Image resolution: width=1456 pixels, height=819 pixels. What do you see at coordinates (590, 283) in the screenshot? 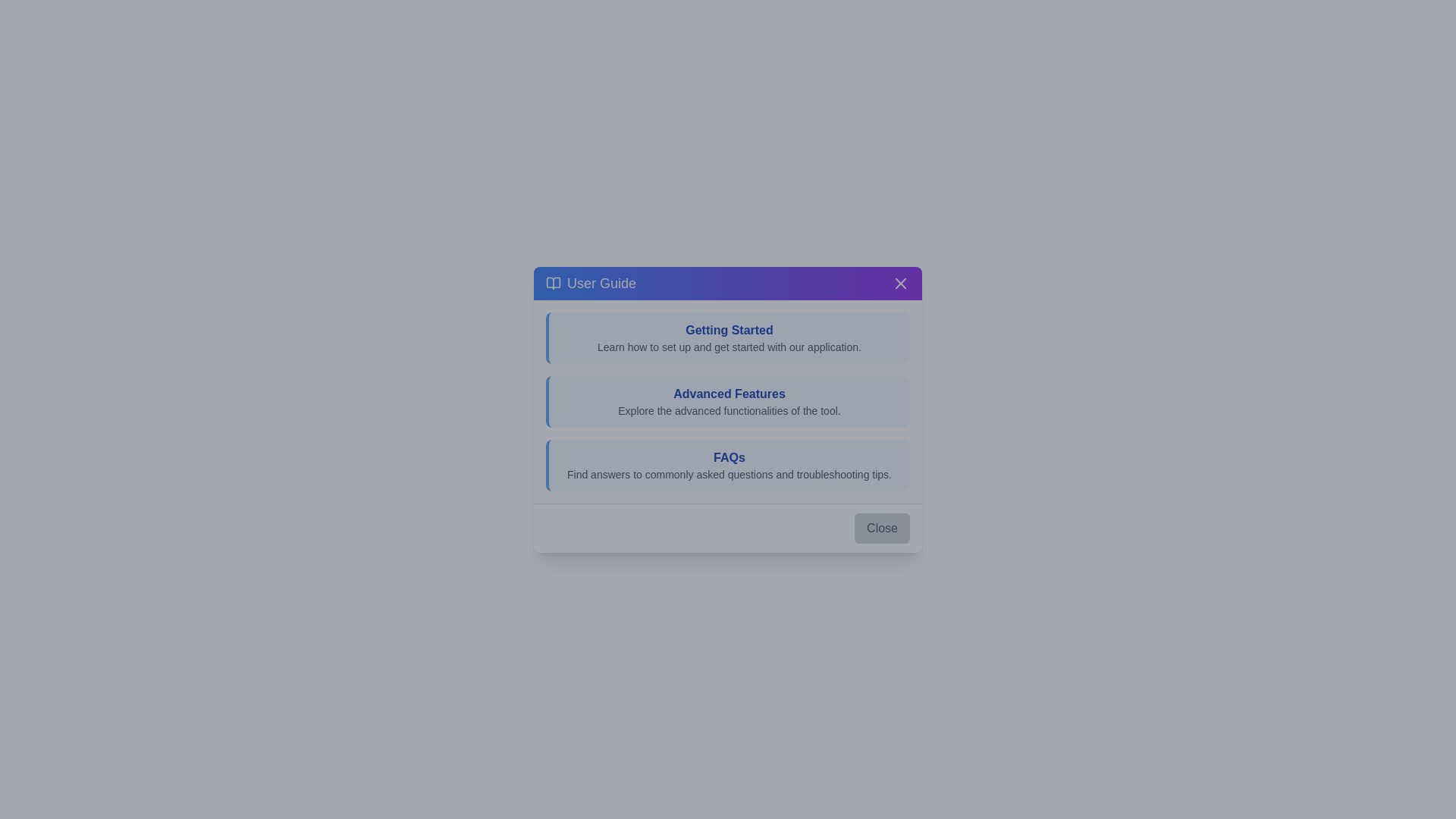
I see `the 'User Guide' text label with a book icon, which is located in the top-left corner of the header with a gradient blue to purple background` at bounding box center [590, 283].